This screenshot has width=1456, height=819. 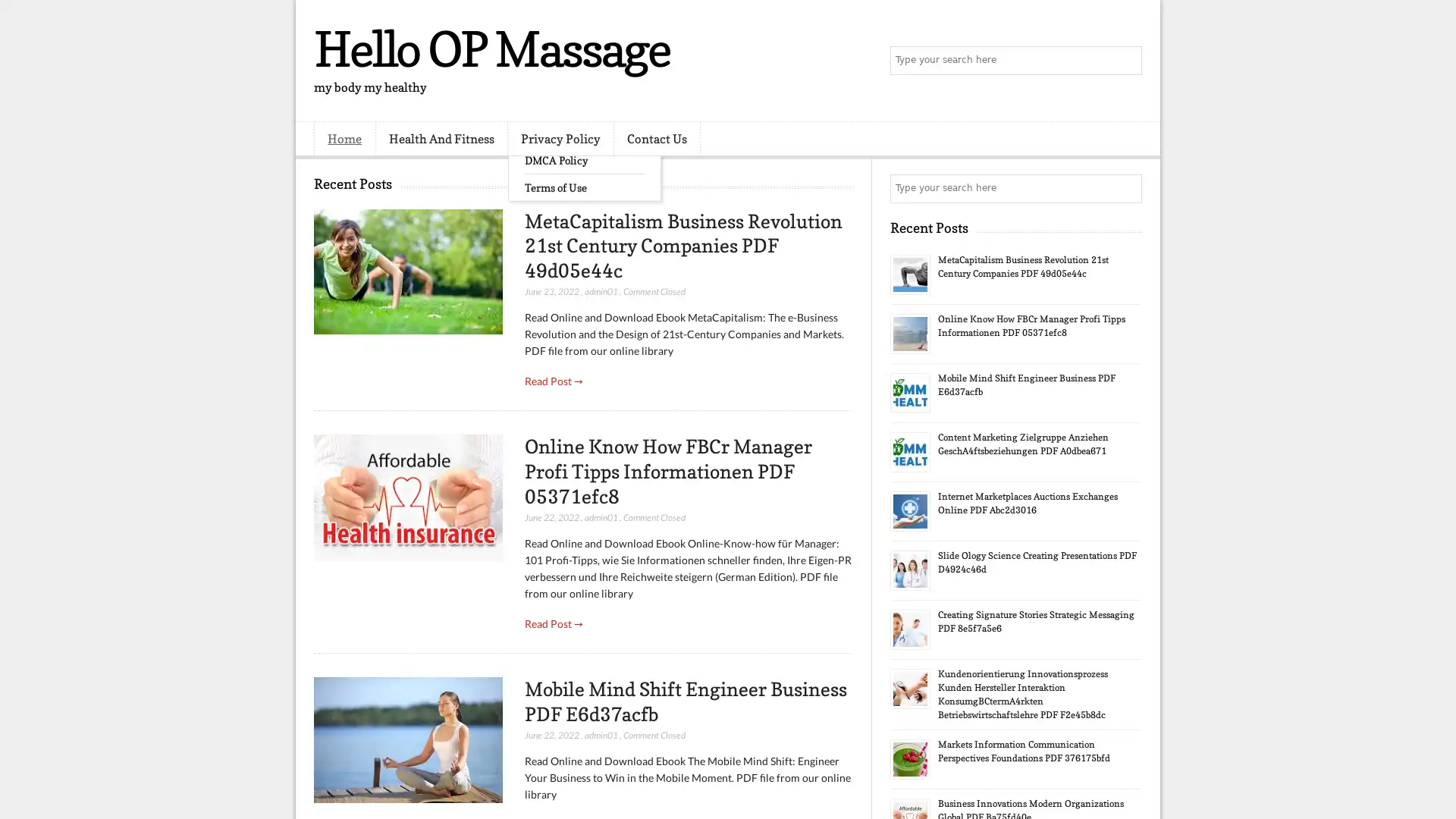 I want to click on Search, so click(x=1126, y=188).